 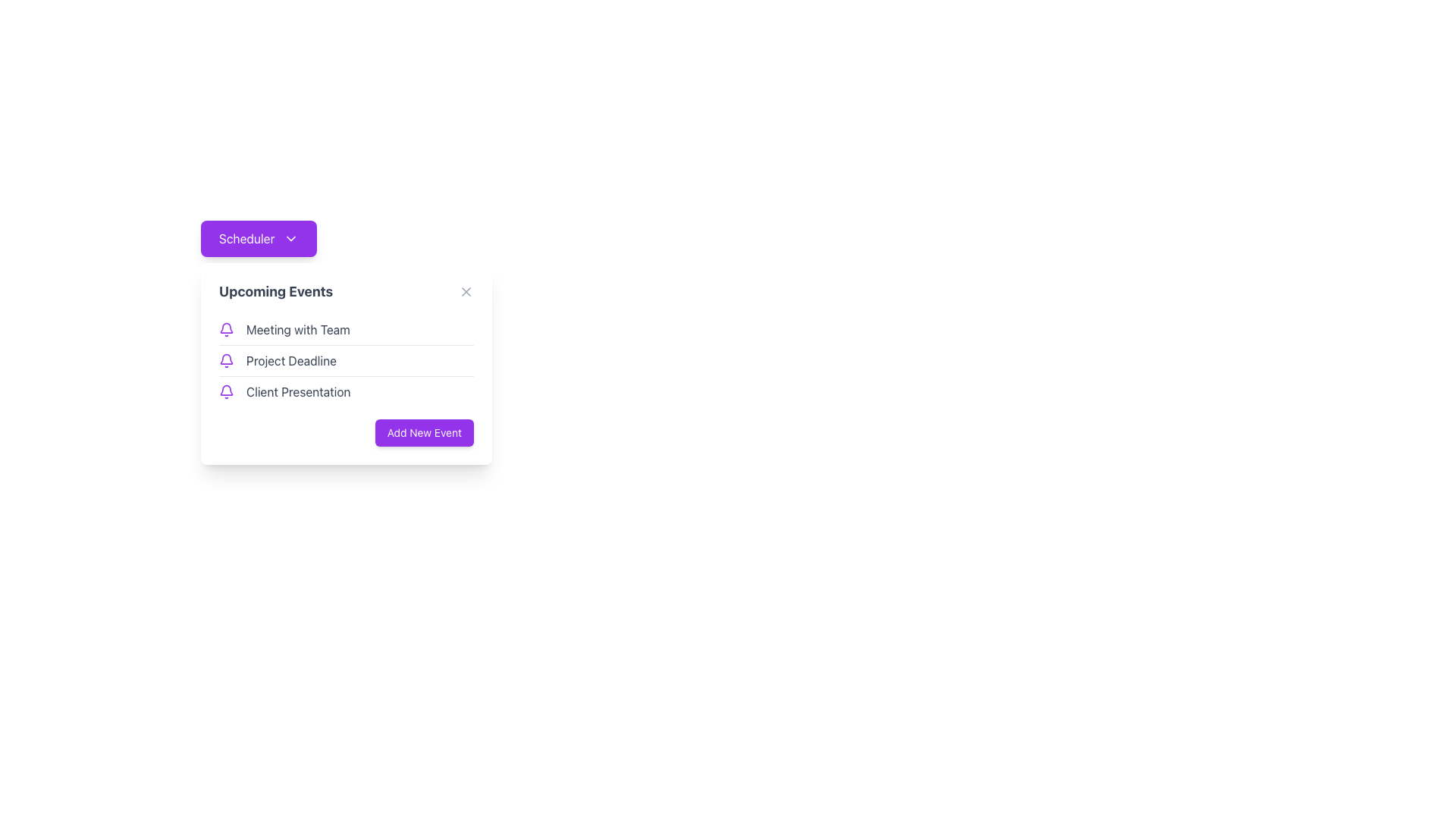 What do you see at coordinates (276, 292) in the screenshot?
I see `text from the Text Label that serves as a title or heading for the upcoming events section, located at the top of the white modal box` at bounding box center [276, 292].